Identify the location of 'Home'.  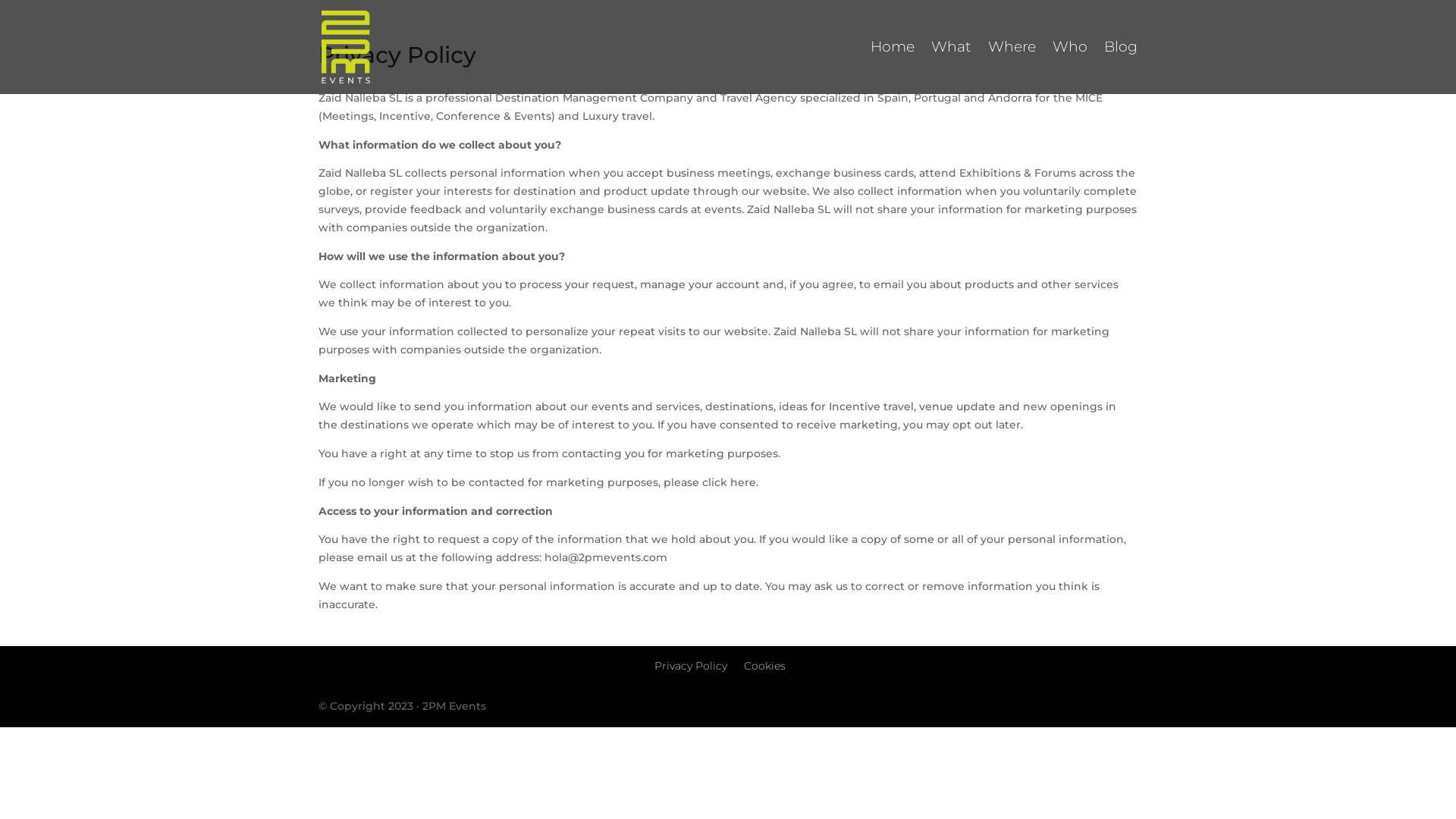
(892, 67).